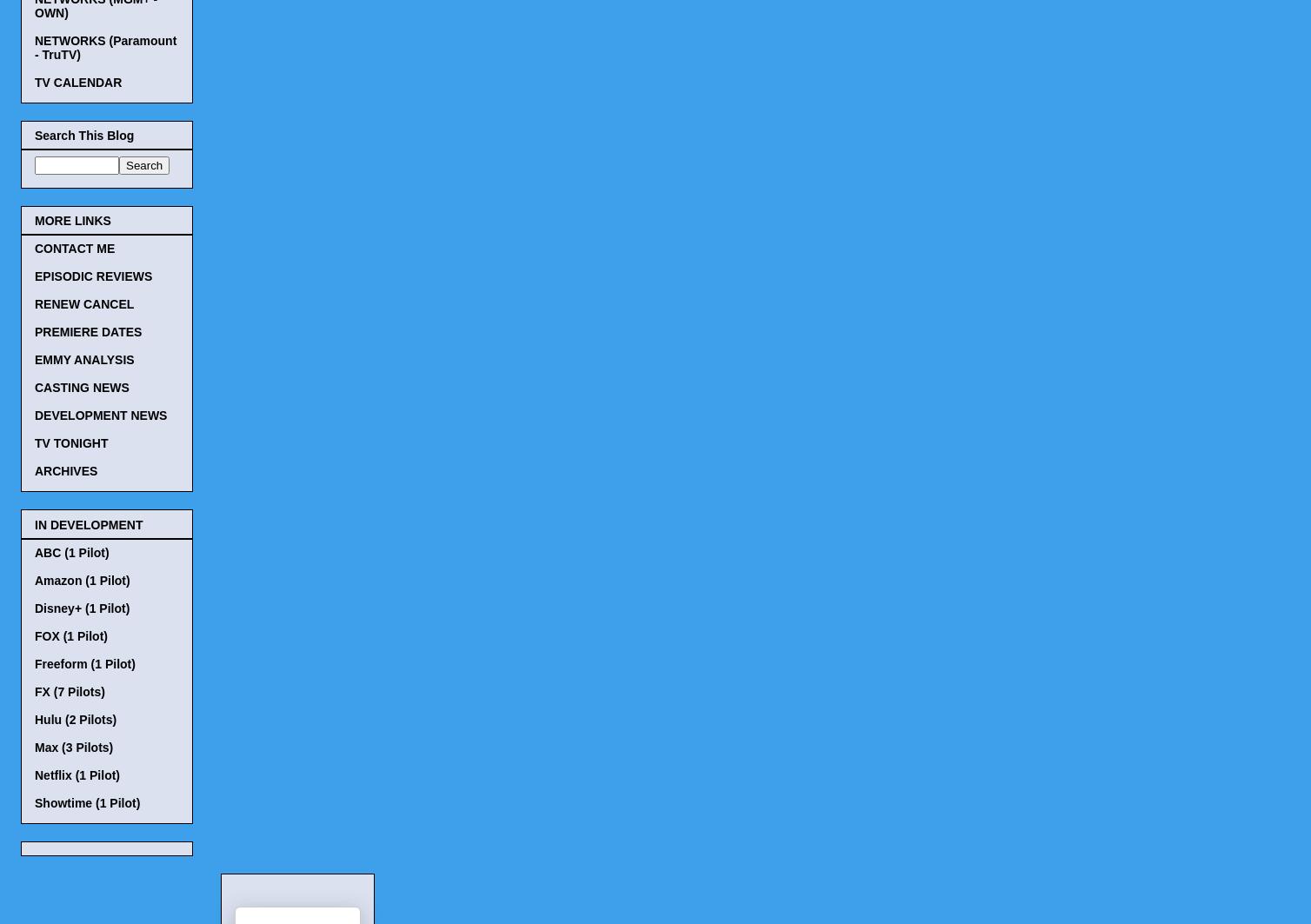  I want to click on 'Max (3 Pilots)', so click(74, 746).